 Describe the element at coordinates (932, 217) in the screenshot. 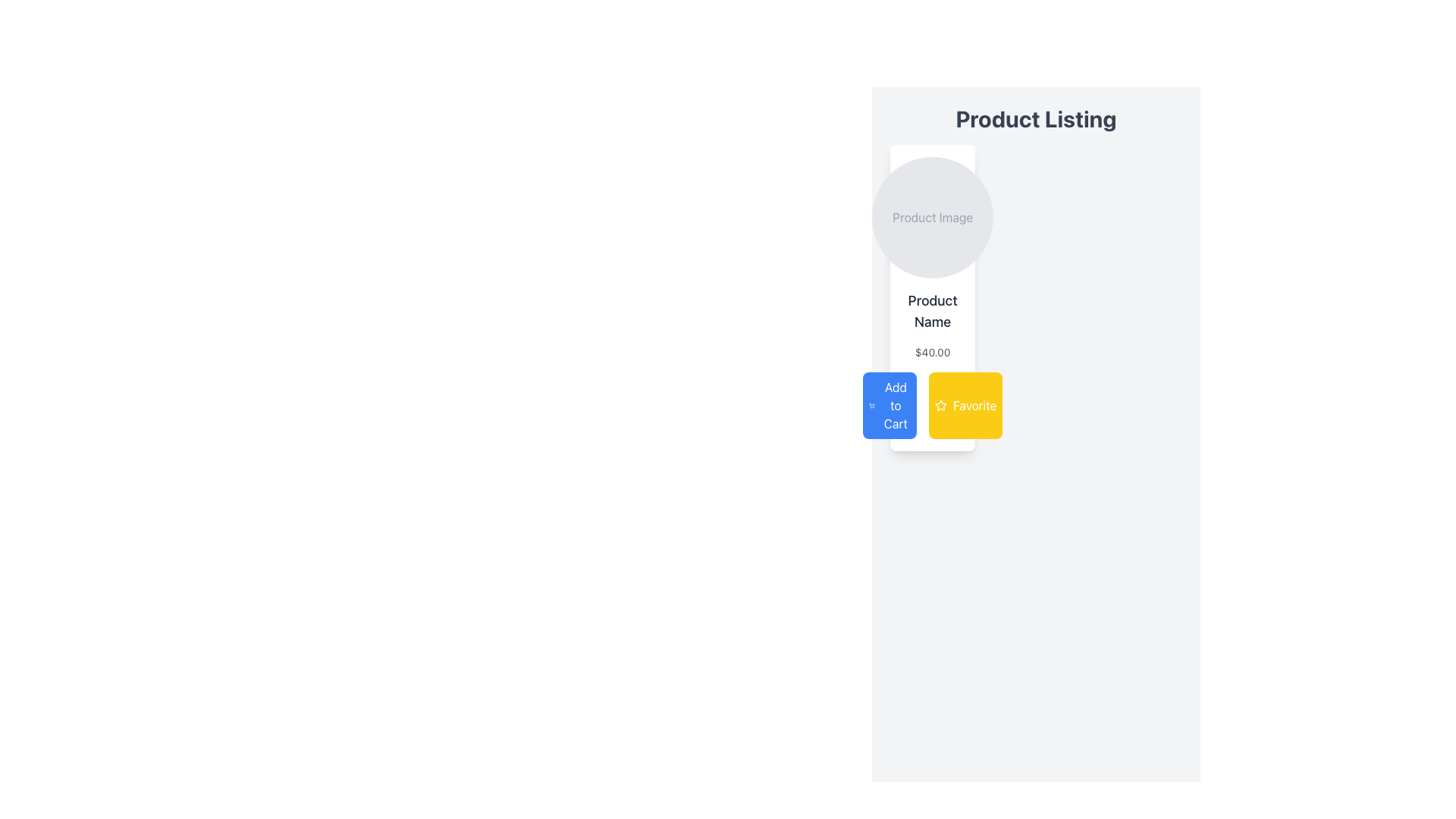

I see `the text label located in the center of the circular area at the top of the product card section, which indicates the purpose of the associated visual space` at that location.